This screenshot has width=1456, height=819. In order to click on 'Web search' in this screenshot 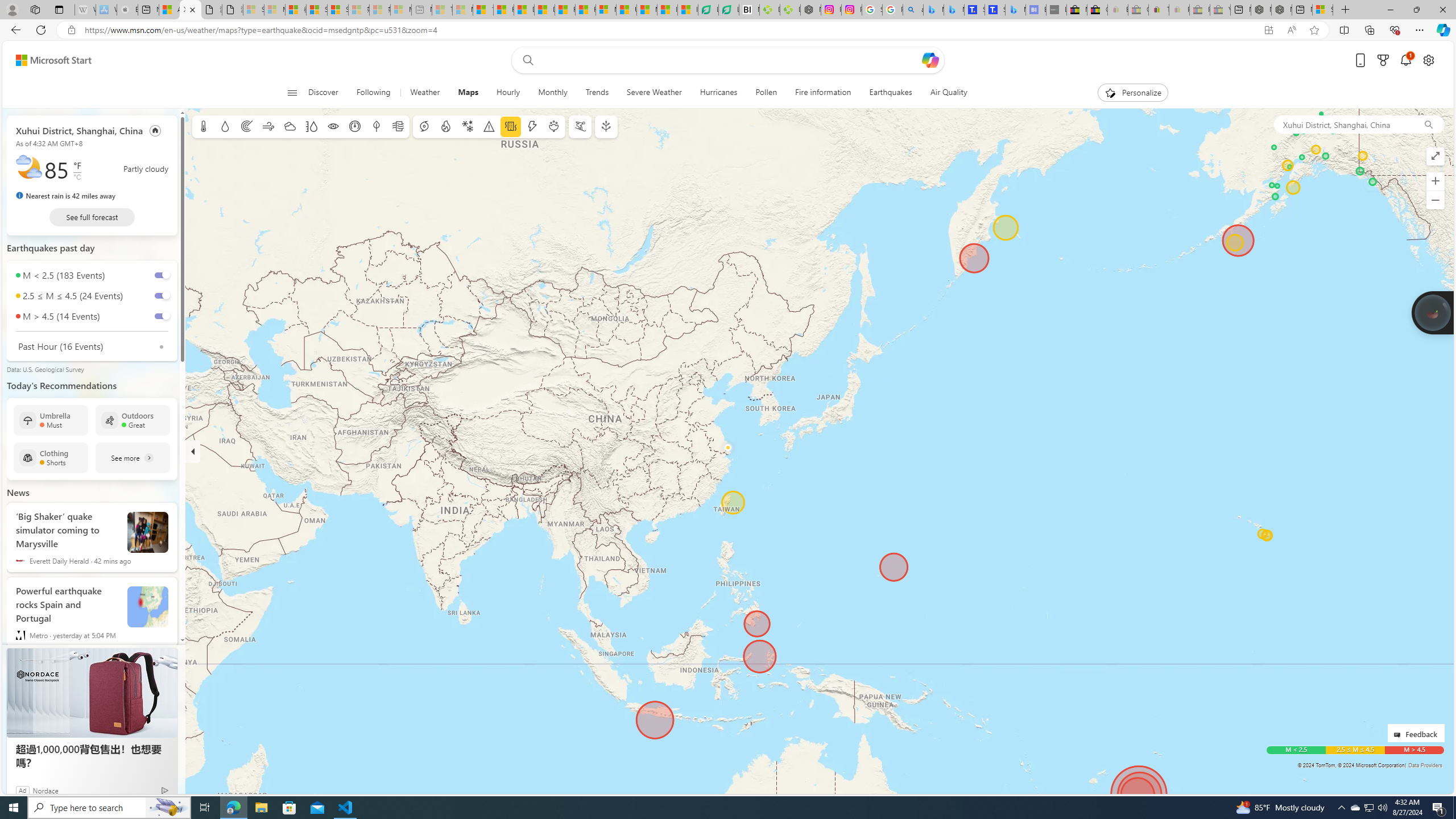, I will do `click(526, 60)`.